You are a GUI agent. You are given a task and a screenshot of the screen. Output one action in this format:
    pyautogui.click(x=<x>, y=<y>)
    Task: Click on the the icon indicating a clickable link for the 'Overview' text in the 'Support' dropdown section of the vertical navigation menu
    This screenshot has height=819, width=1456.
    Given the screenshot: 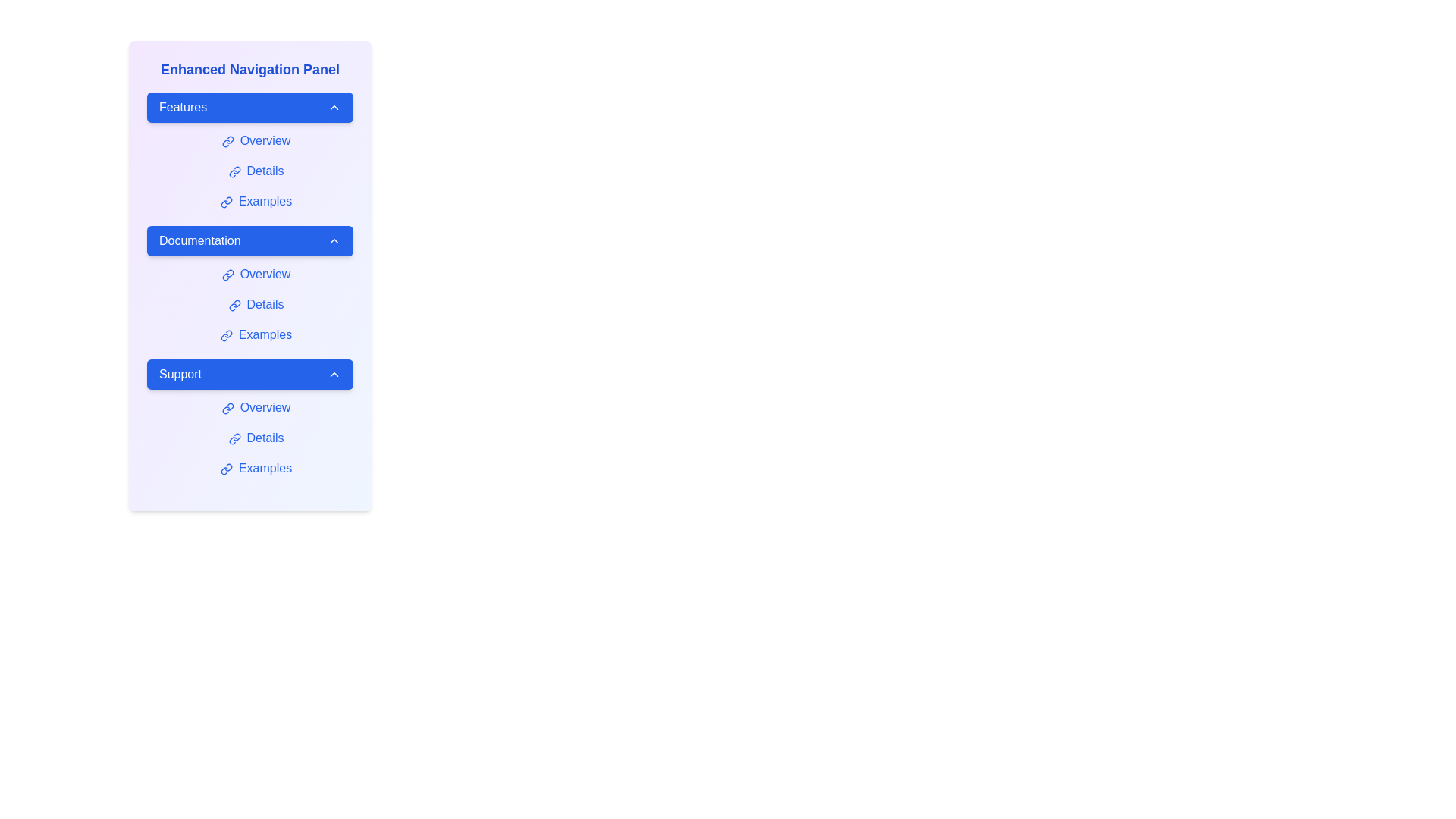 What is the action you would take?
    pyautogui.click(x=227, y=407)
    